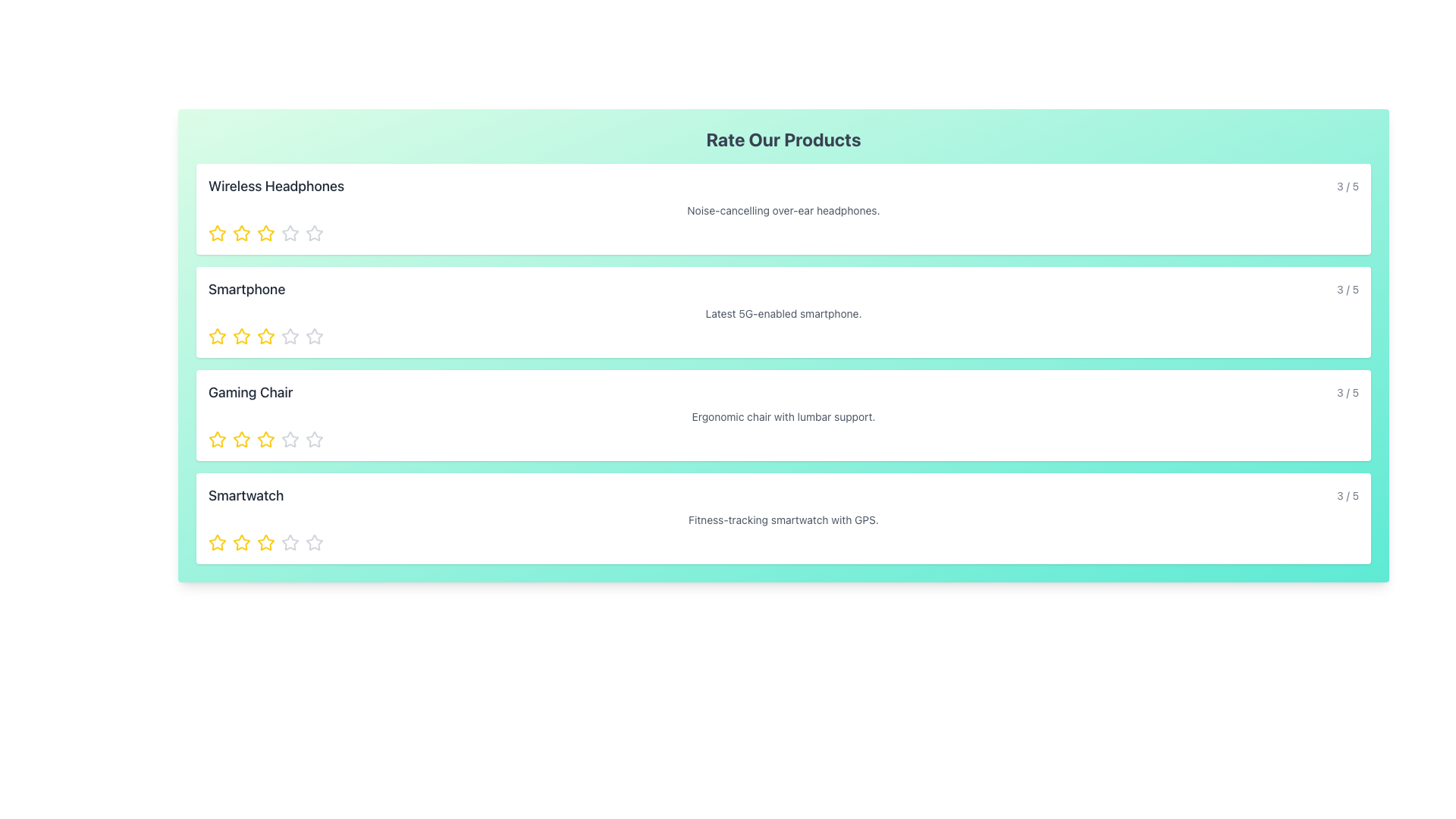 This screenshot has width=1456, height=819. Describe the element at coordinates (783, 519) in the screenshot. I see `the Text Label that provides supplementary information about the smartwatch product, located in the 'Smartwatch' section, below the product name and rating` at that location.